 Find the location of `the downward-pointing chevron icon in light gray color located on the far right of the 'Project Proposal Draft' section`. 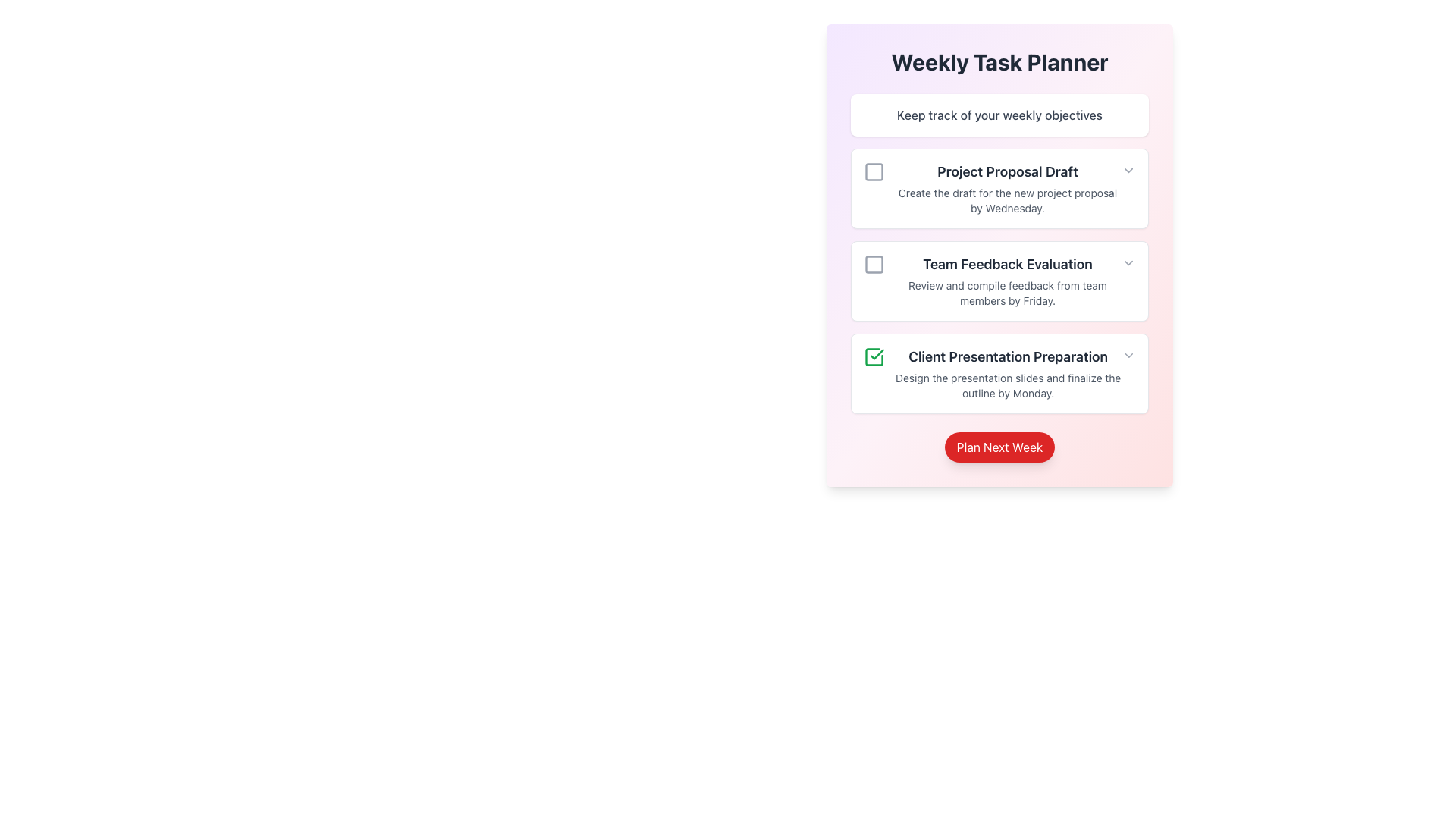

the downward-pointing chevron icon in light gray color located on the far right of the 'Project Proposal Draft' section is located at coordinates (1128, 170).